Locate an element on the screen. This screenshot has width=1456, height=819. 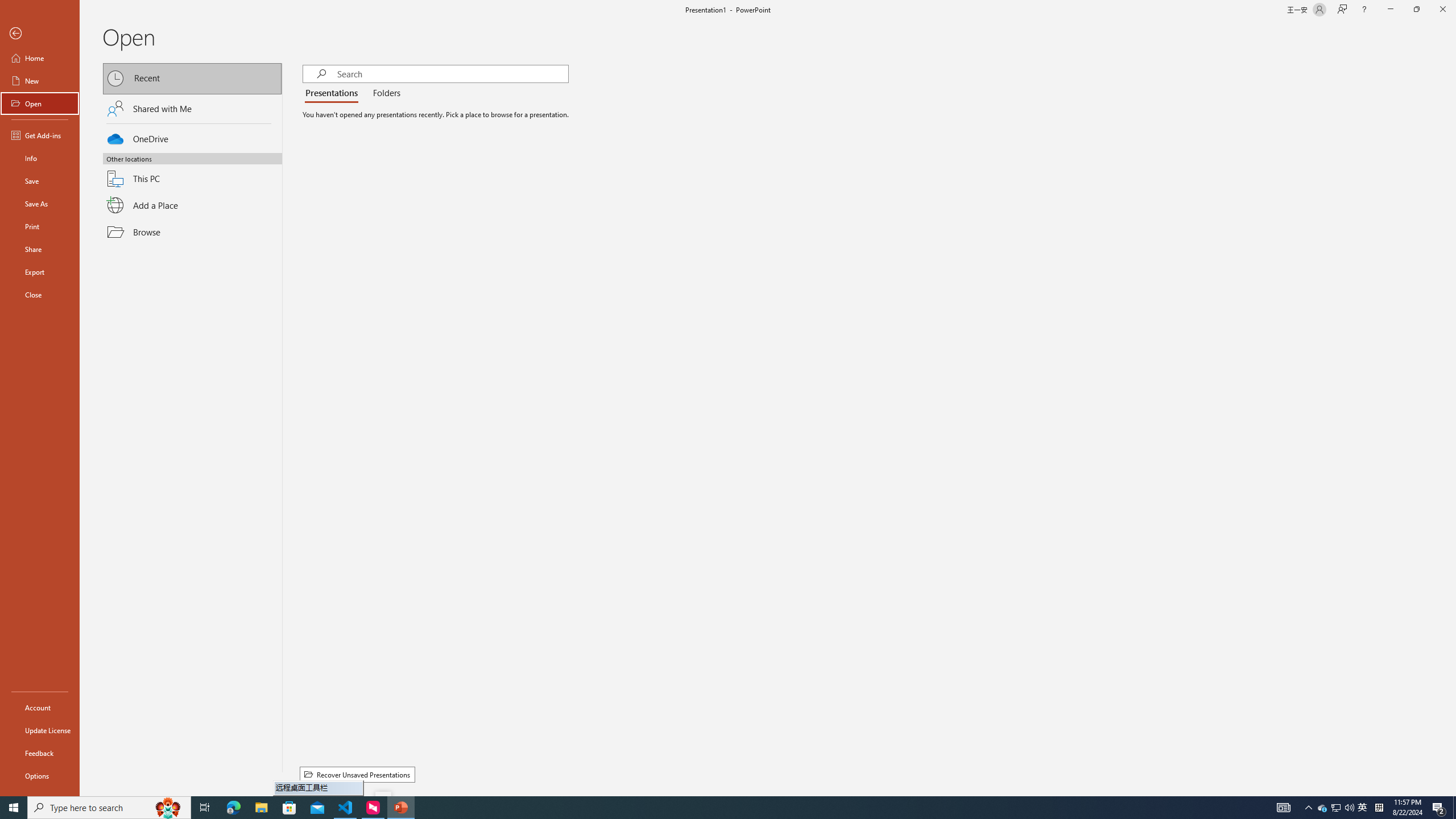
'Back' is located at coordinates (39, 33).